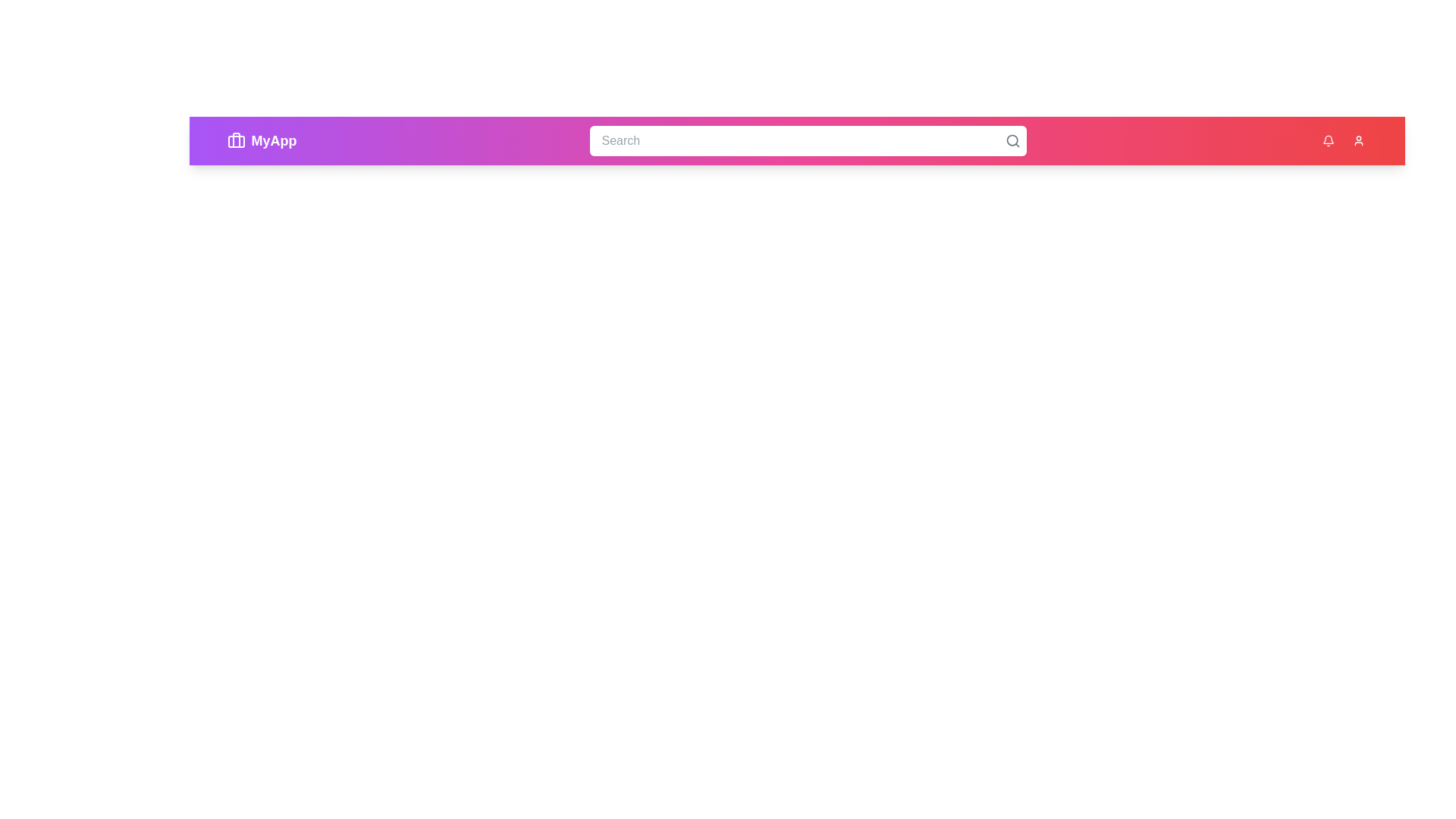  I want to click on the search icon to execute the search, so click(1012, 140).